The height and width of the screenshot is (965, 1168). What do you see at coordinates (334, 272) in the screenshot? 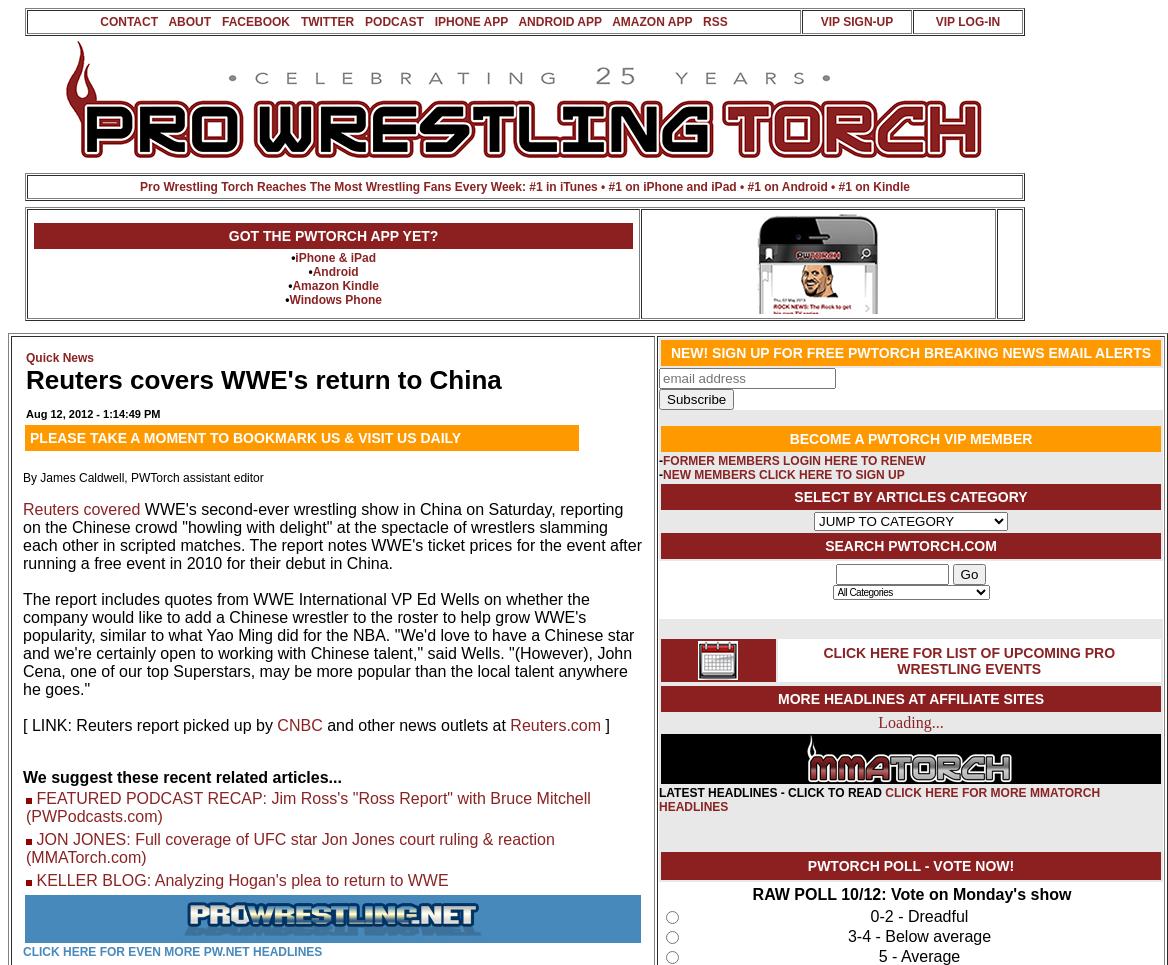
I see `'Android'` at bounding box center [334, 272].